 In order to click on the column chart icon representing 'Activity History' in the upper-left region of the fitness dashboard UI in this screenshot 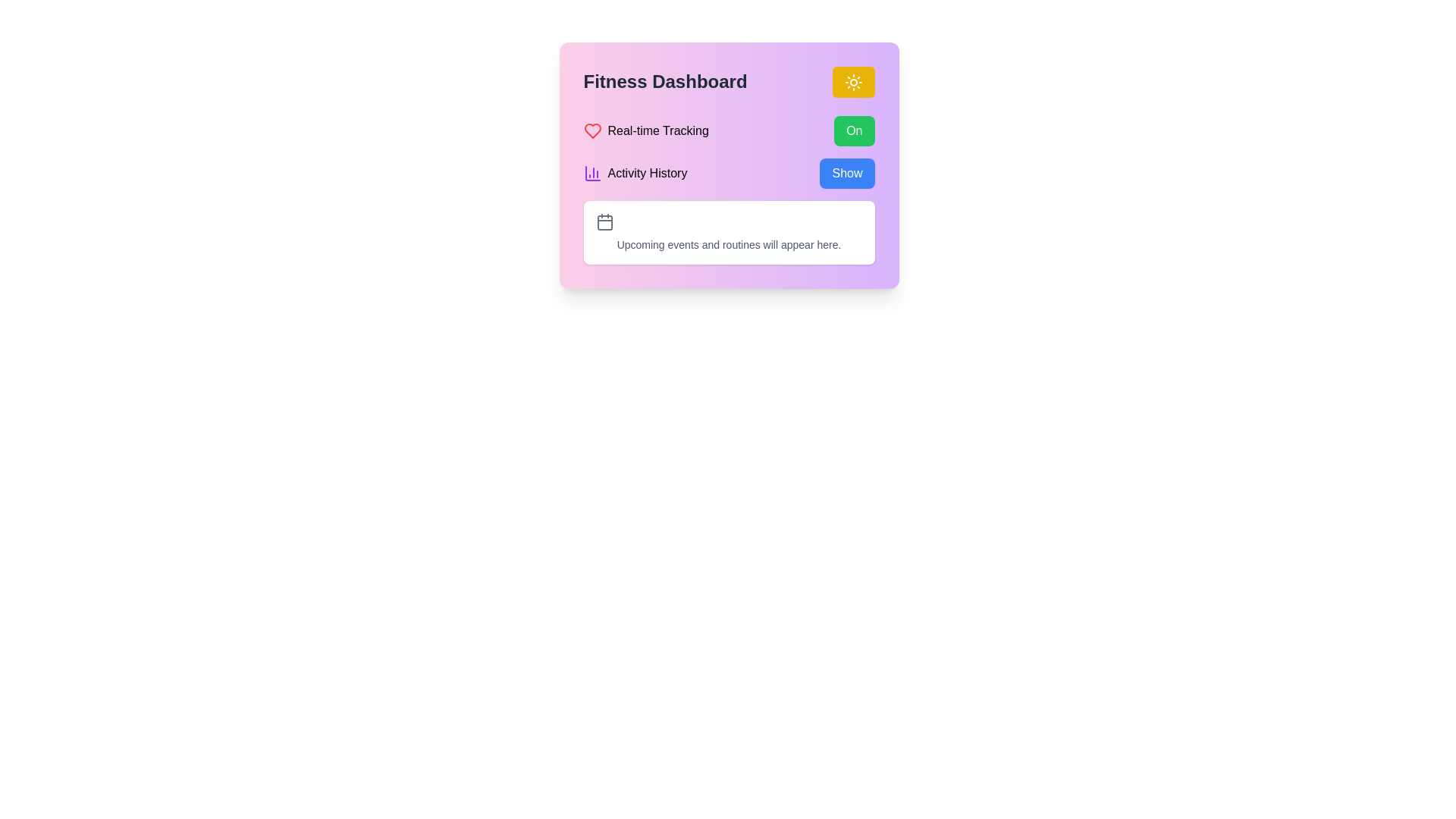, I will do `click(591, 172)`.